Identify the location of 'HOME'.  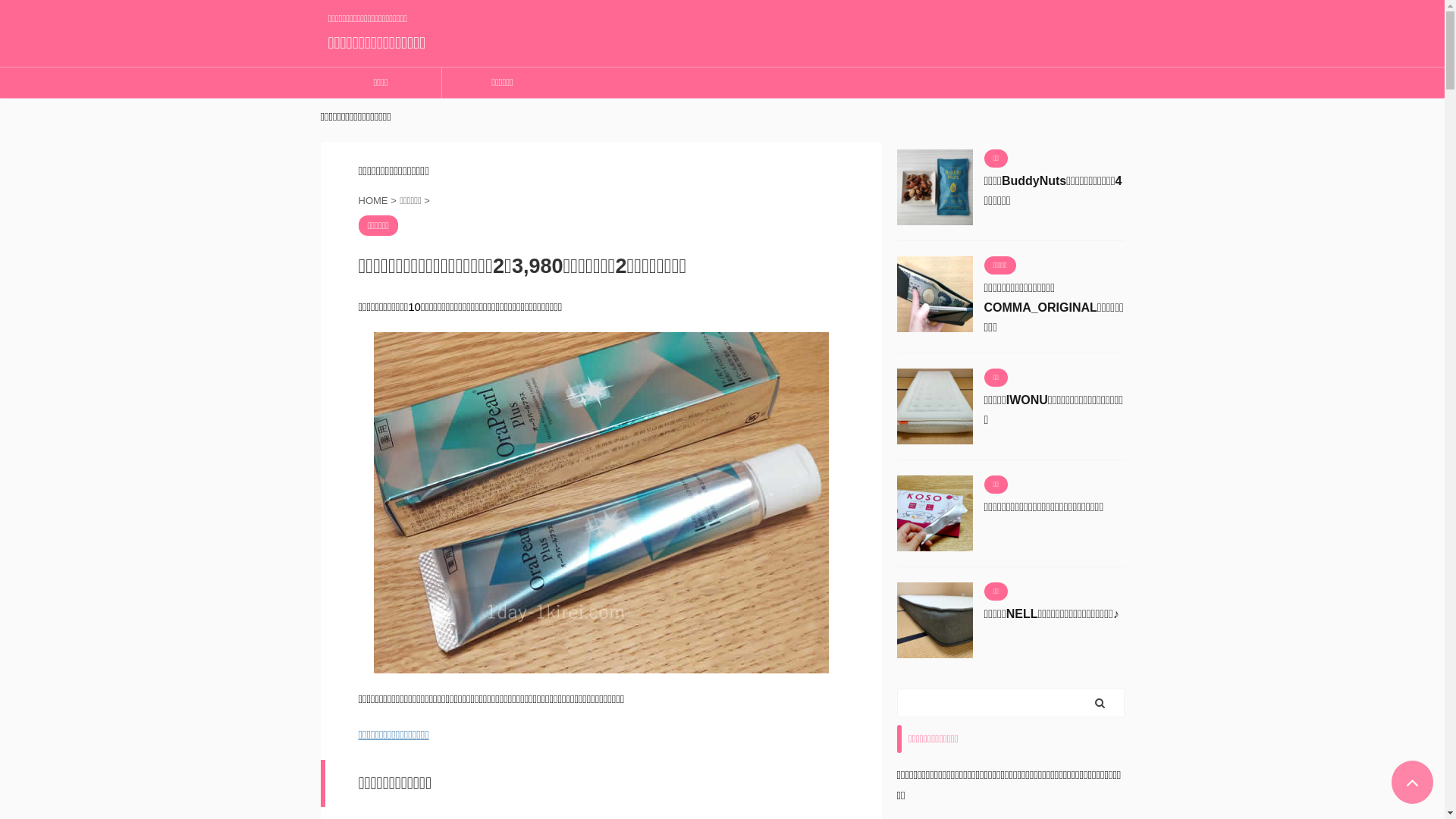
(374, 199).